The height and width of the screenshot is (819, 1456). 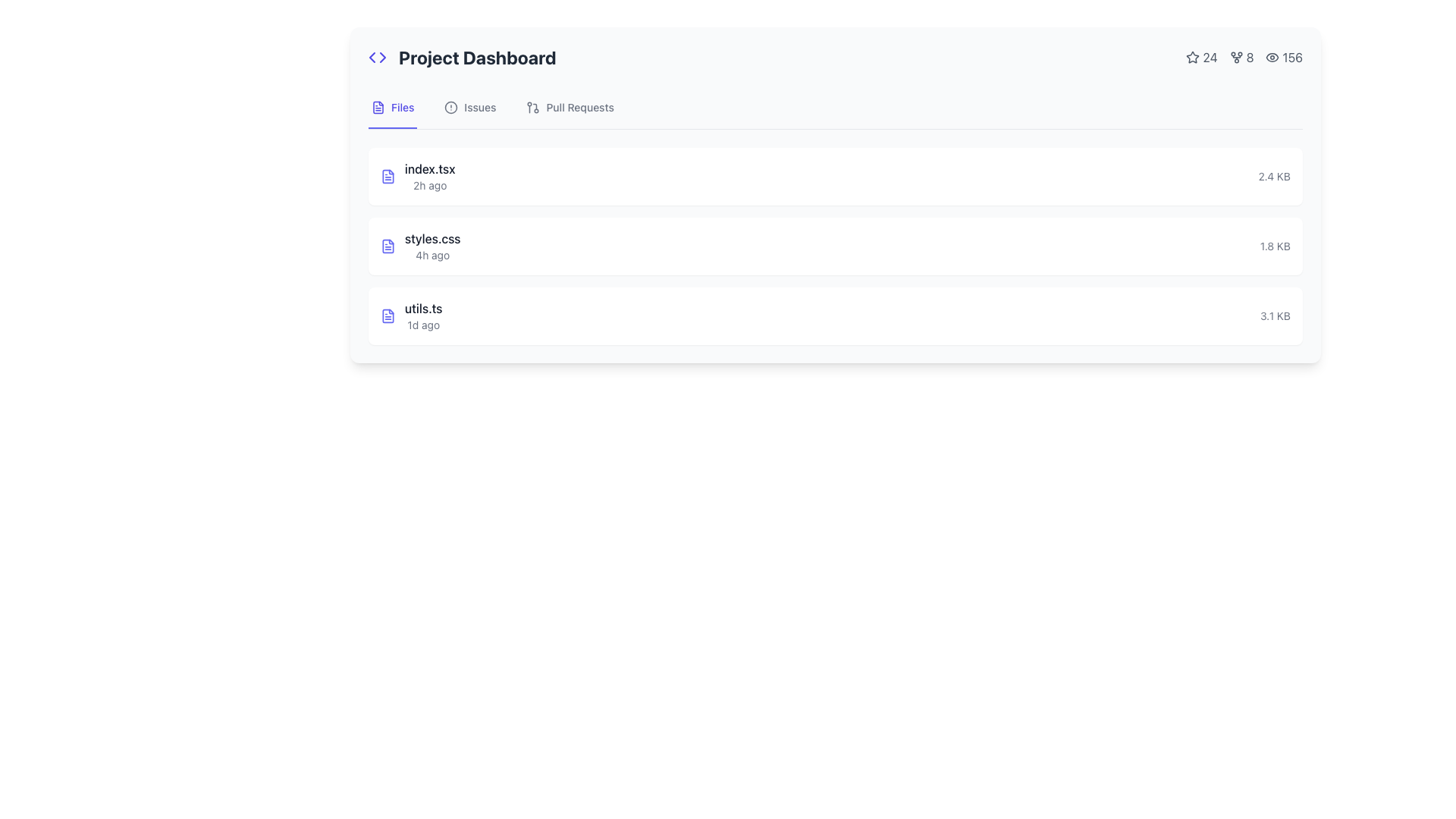 I want to click on numeral '8' displayed in a standard sans-serif font style located at the top-right corner of the page, right next to the branch icon in the toolbar, so click(x=1250, y=57).